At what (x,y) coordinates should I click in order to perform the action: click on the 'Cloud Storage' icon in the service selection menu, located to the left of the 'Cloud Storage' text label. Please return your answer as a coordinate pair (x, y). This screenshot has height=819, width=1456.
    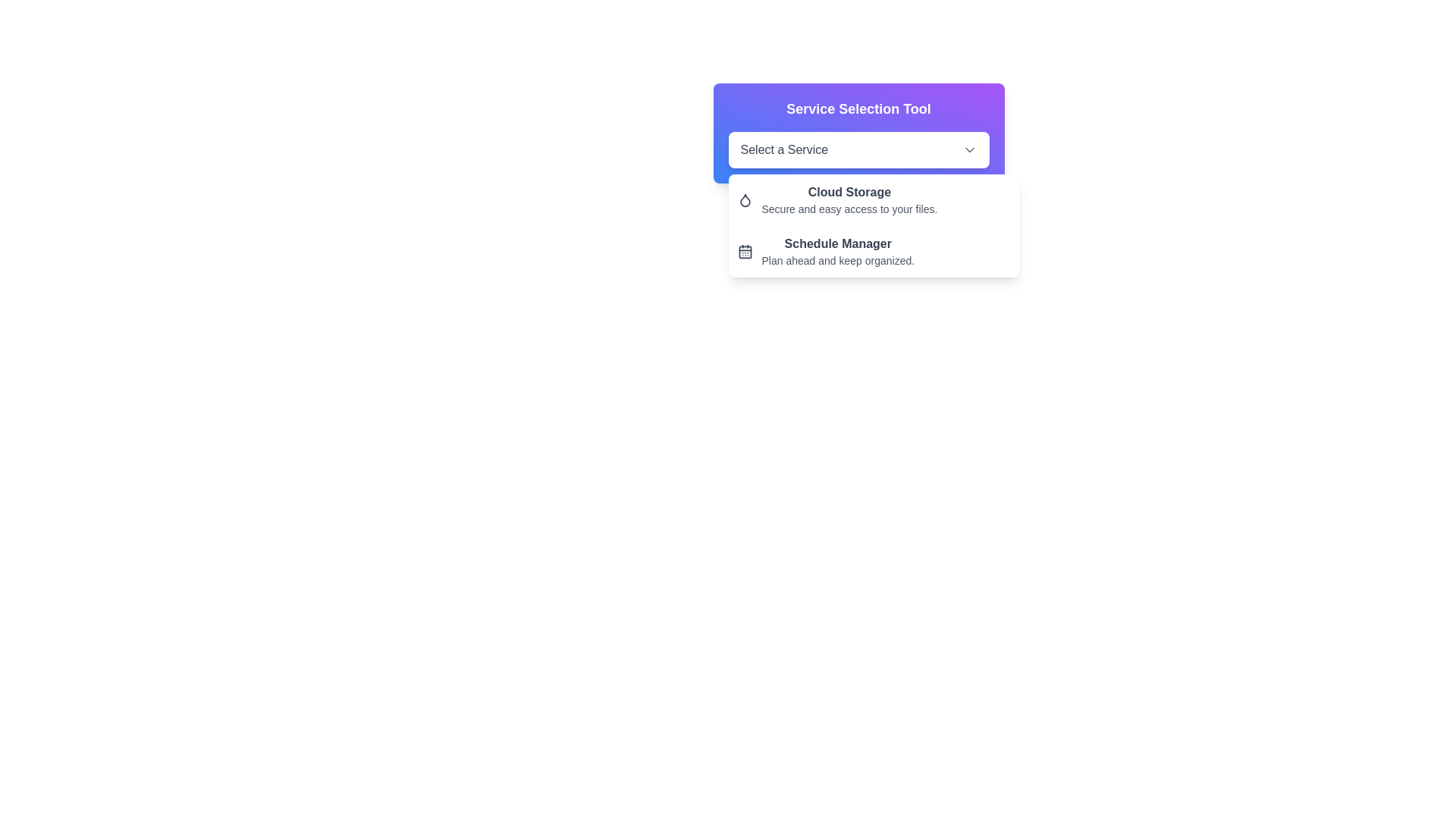
    Looking at the image, I should click on (745, 199).